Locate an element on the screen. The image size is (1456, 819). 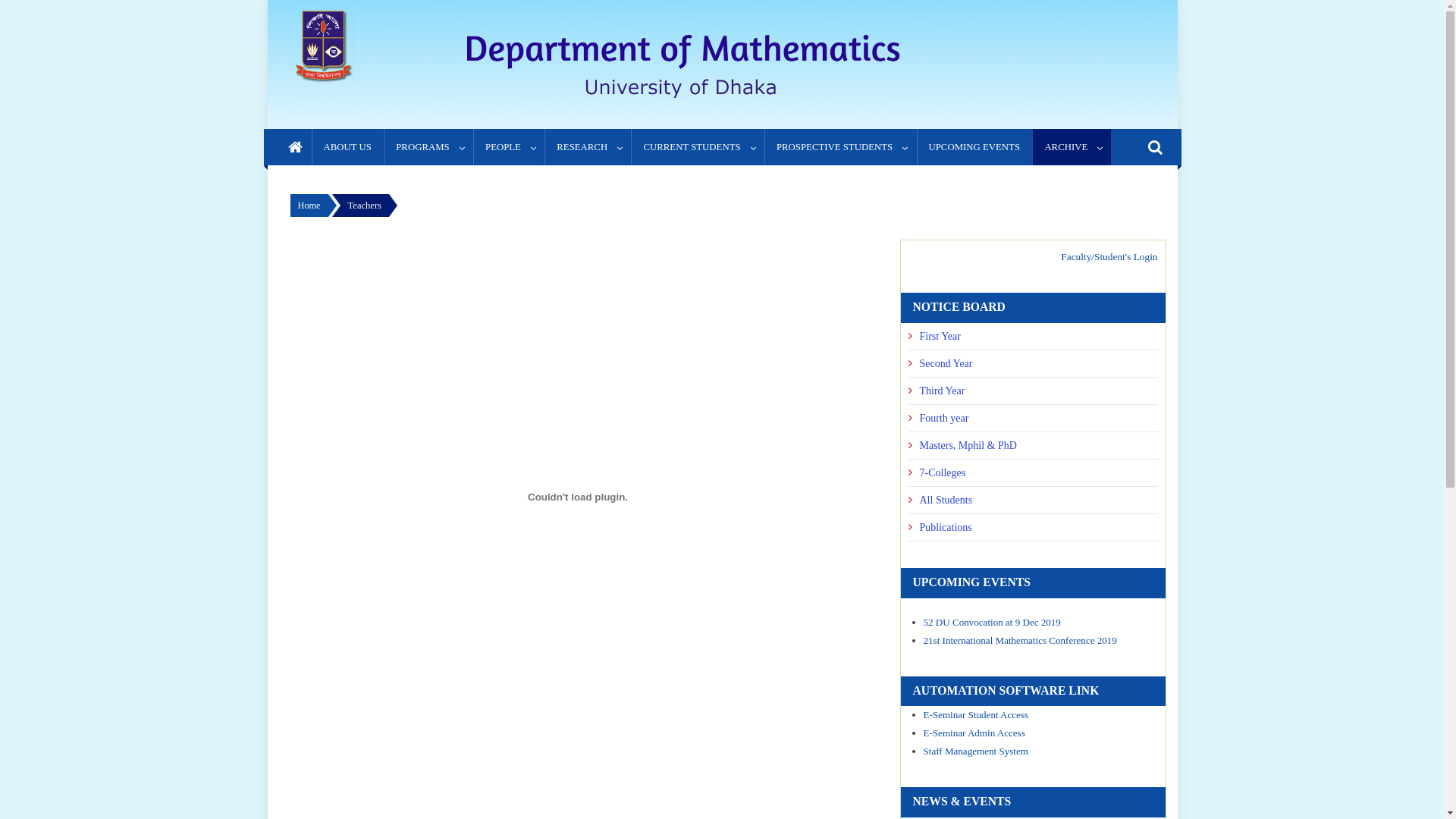
'First Year' is located at coordinates (1032, 335).